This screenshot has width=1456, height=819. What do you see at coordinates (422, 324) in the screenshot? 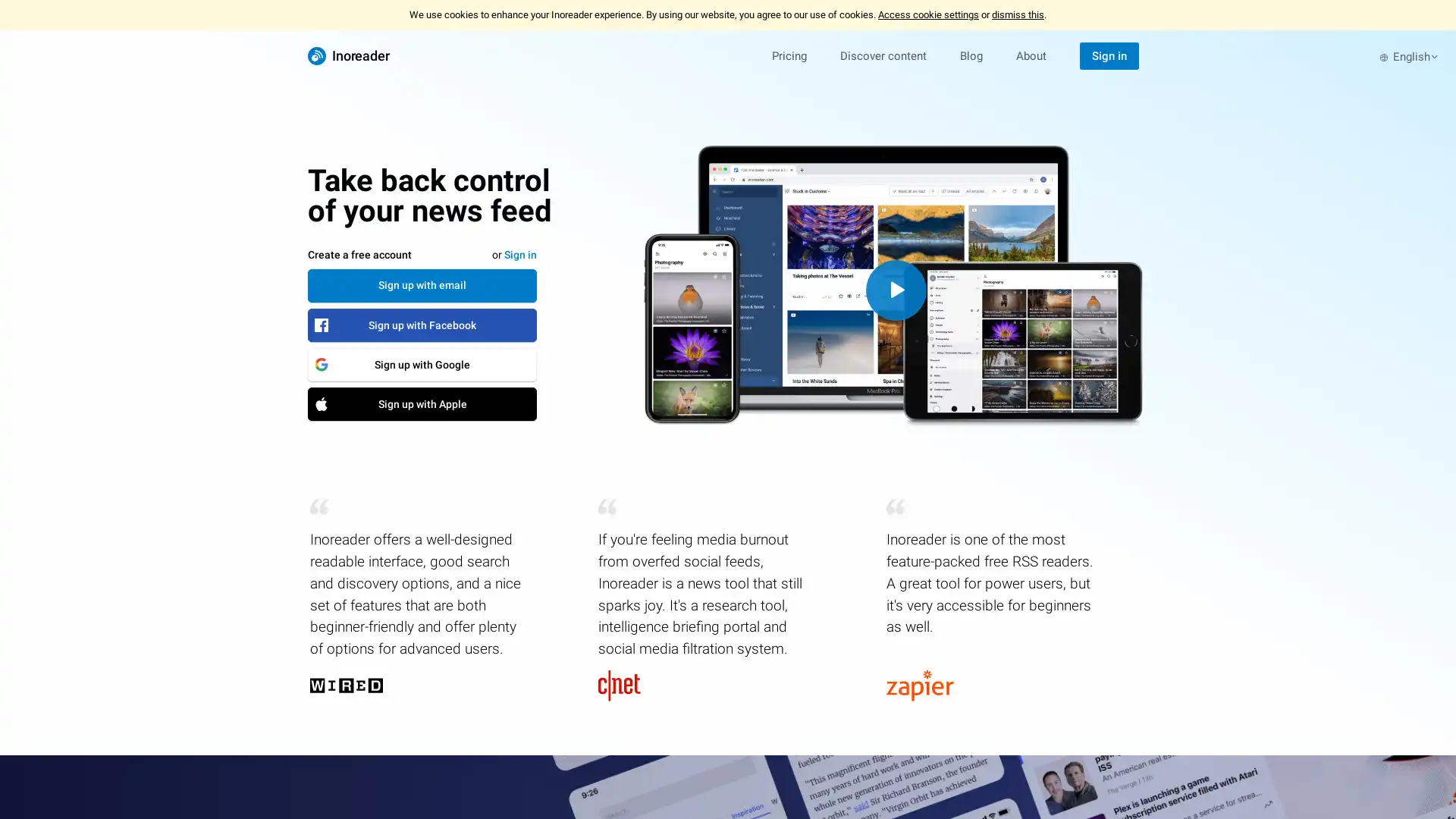
I see `Sign up with Facebook` at bounding box center [422, 324].